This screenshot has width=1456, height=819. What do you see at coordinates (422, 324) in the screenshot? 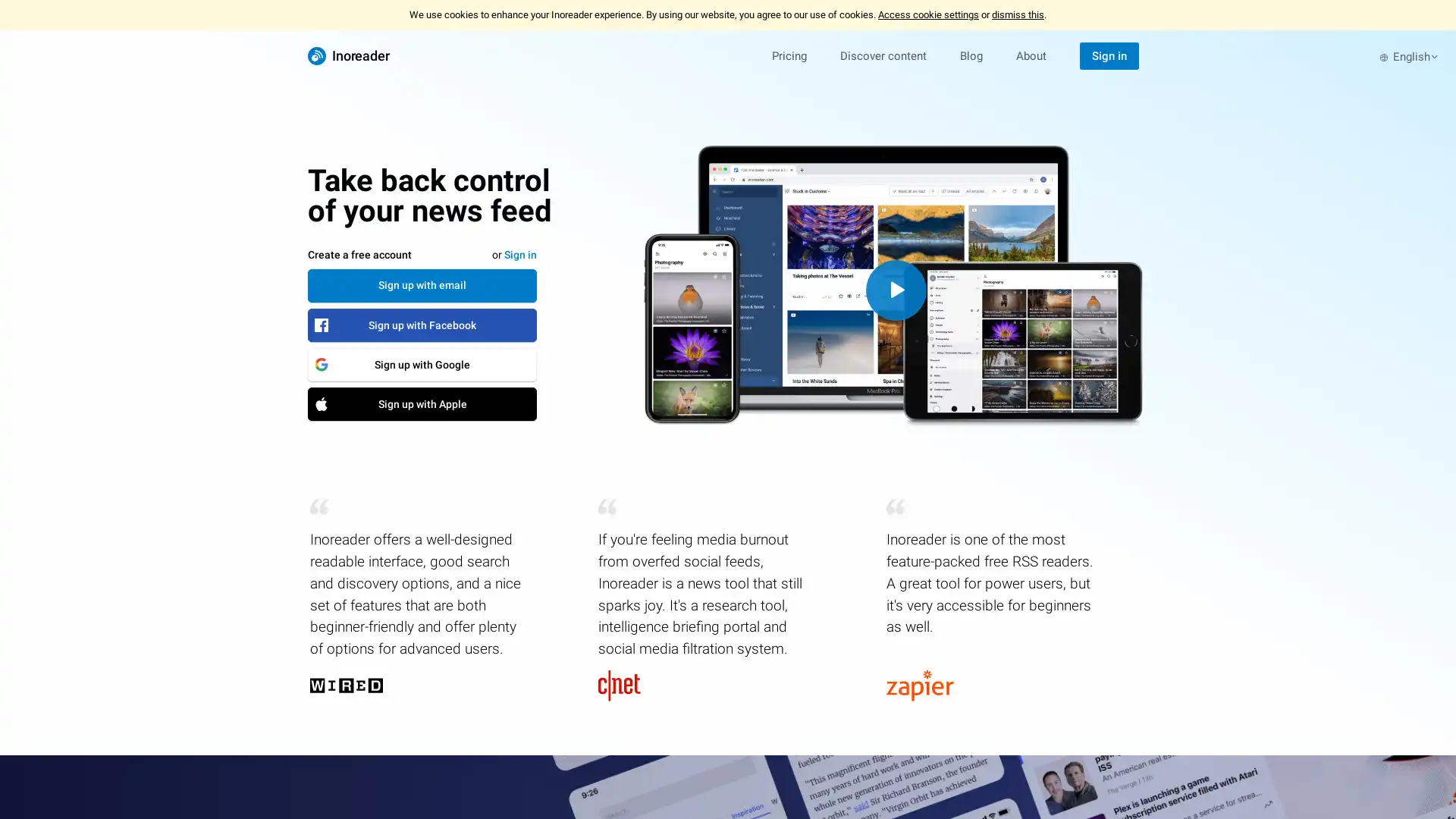
I see `Sign up with Facebook` at bounding box center [422, 324].